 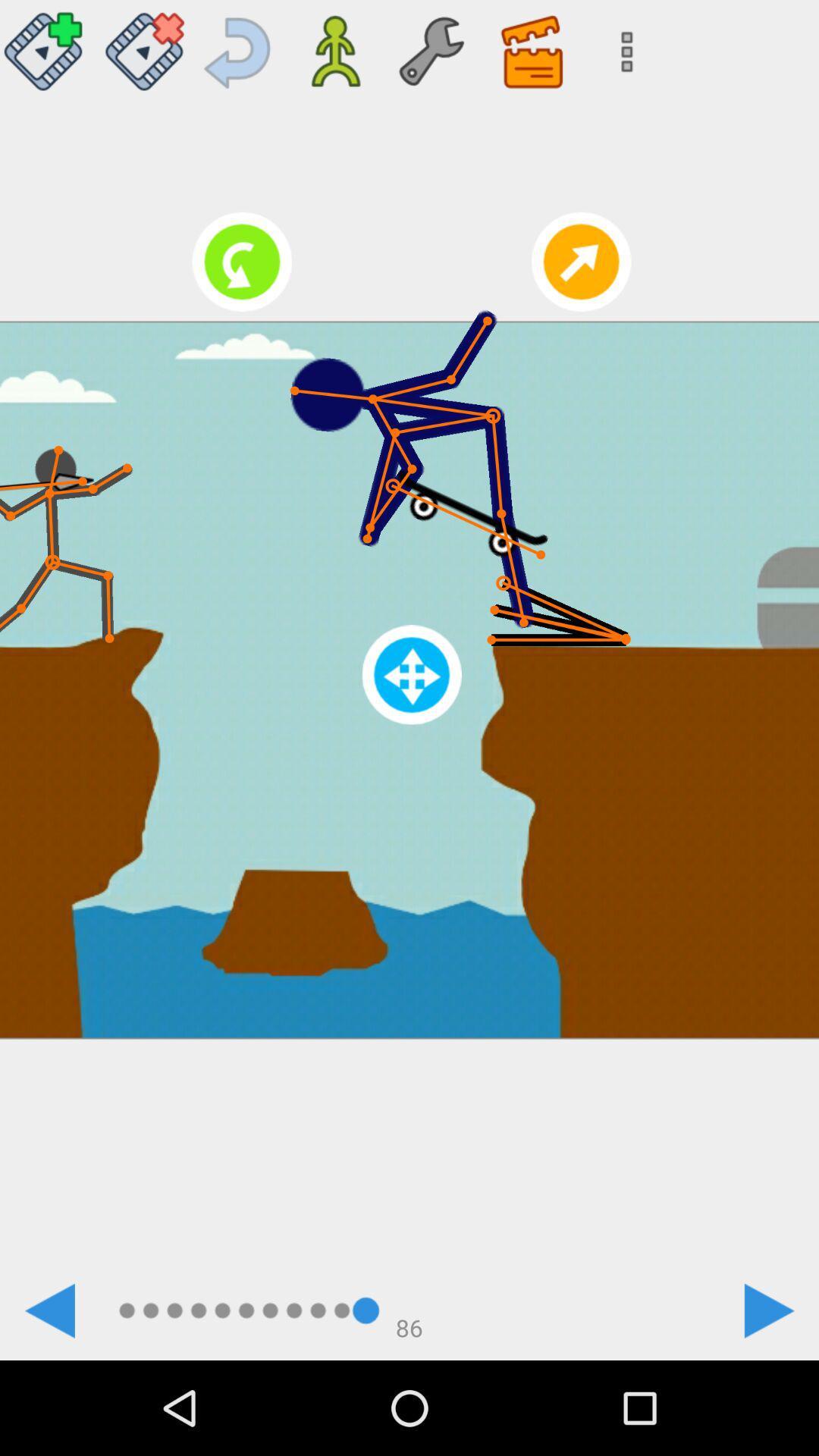 I want to click on remove a video clip, so click(x=144, y=45).